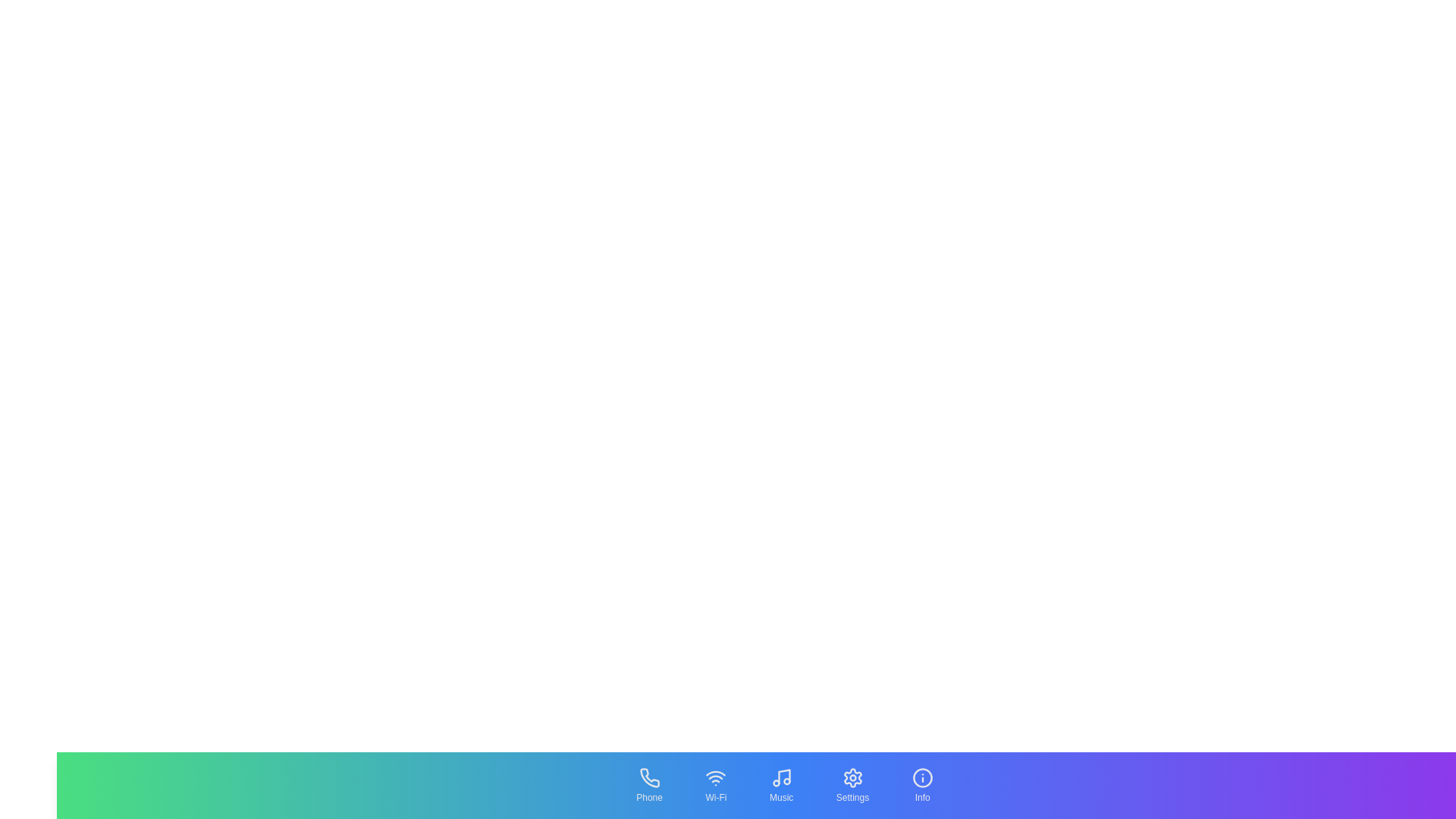 The width and height of the screenshot is (1456, 819). I want to click on the navigation option Phone, so click(648, 785).